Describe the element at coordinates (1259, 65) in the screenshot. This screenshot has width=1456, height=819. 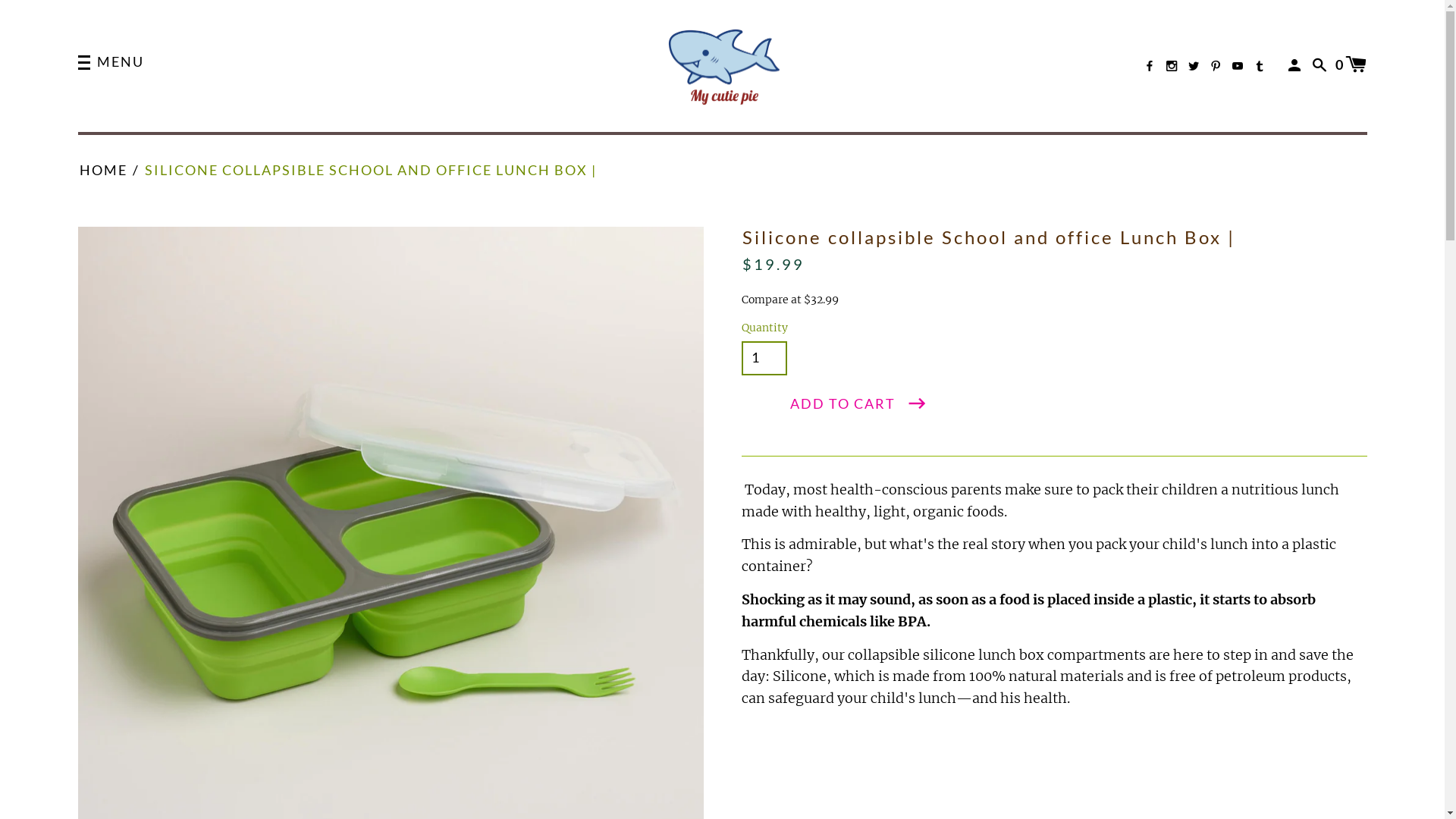
I see `'My Cutie Pie on Tumblr'` at that location.